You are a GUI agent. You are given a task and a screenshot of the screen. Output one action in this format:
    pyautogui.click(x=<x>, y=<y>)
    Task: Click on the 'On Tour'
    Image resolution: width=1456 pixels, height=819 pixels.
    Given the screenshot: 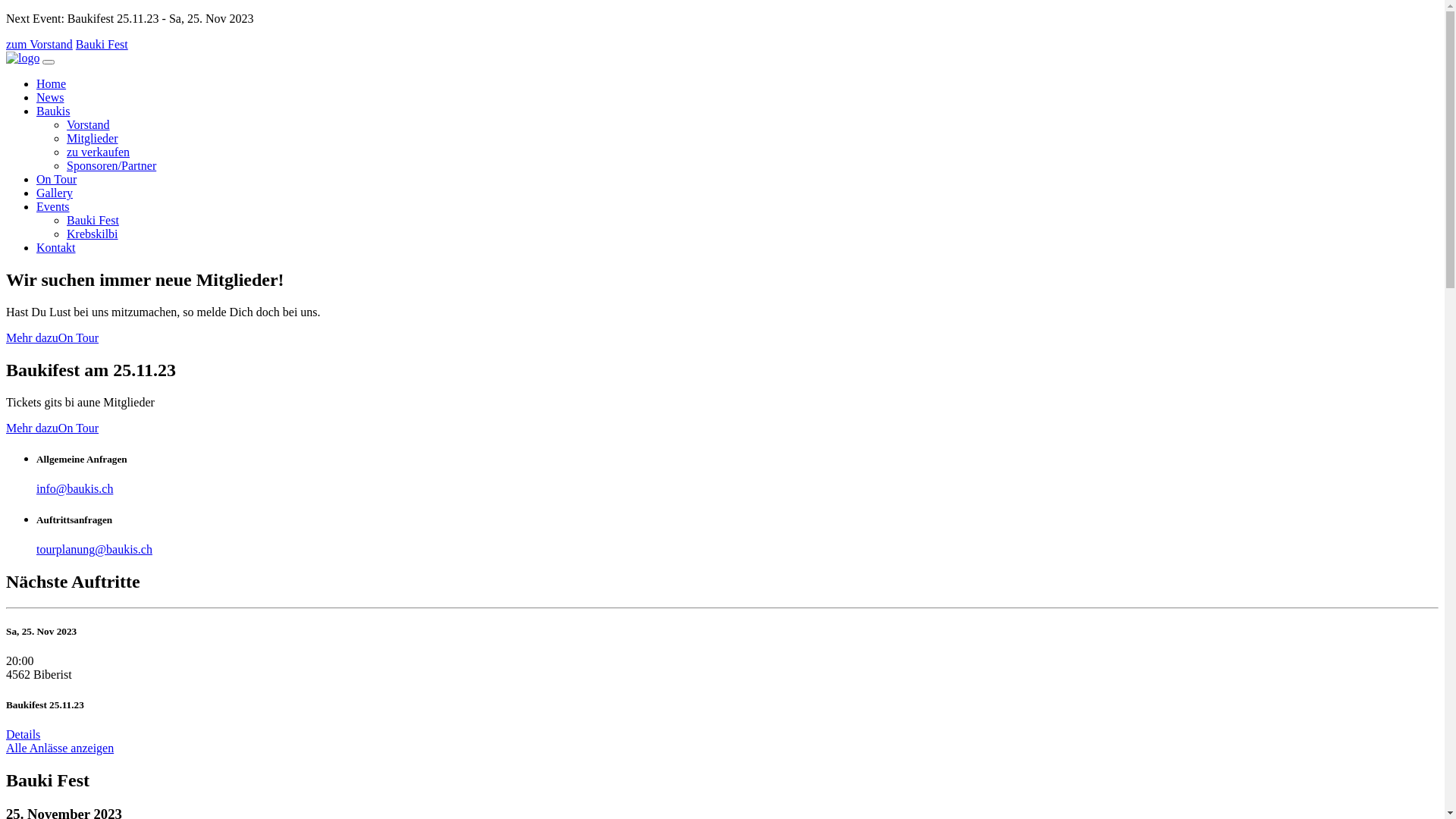 What is the action you would take?
    pyautogui.click(x=77, y=337)
    